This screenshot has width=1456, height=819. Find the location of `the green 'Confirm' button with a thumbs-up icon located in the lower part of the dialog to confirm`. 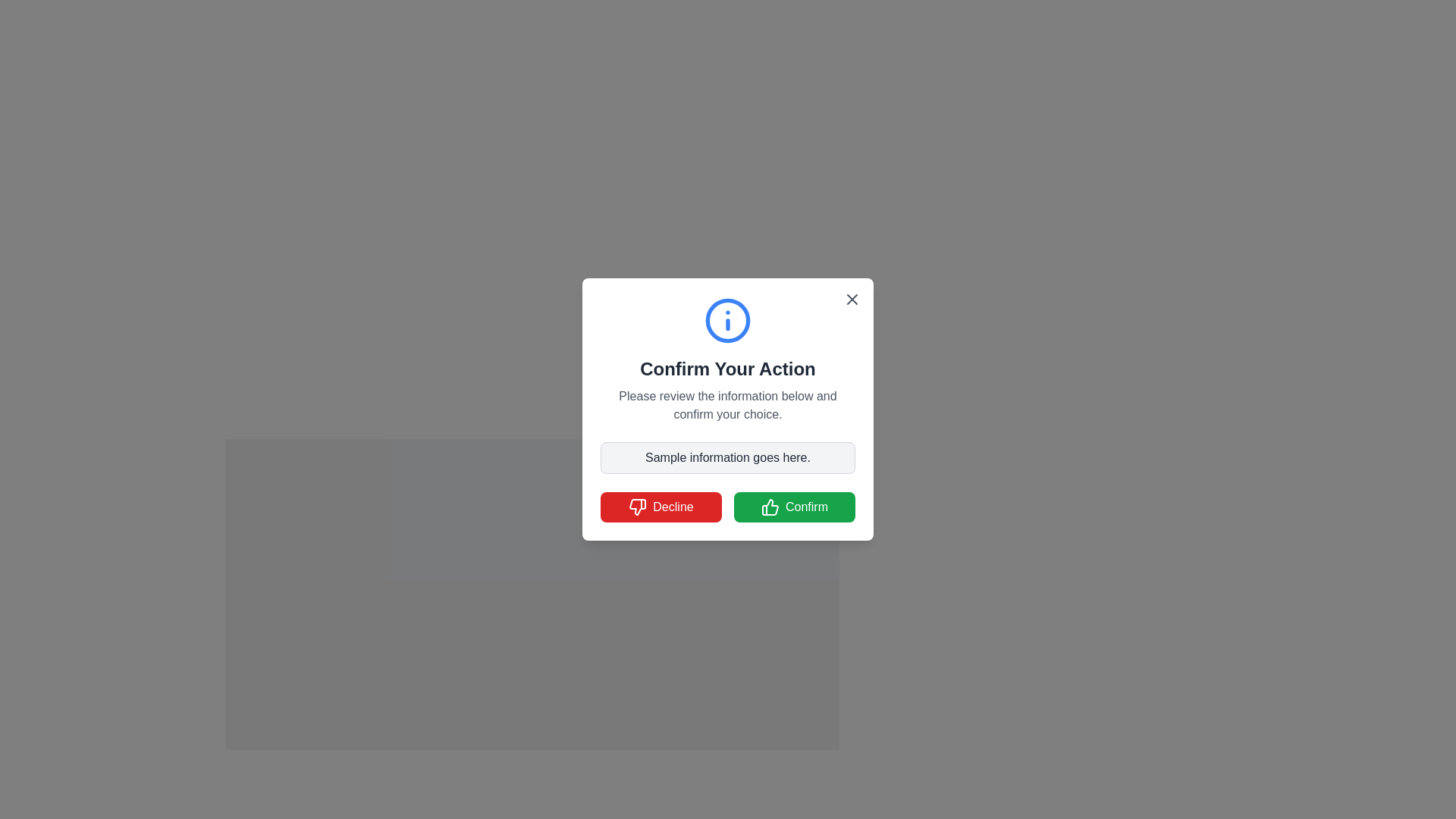

the green 'Confirm' button with a thumbs-up icon located in the lower part of the dialog to confirm is located at coordinates (793, 507).